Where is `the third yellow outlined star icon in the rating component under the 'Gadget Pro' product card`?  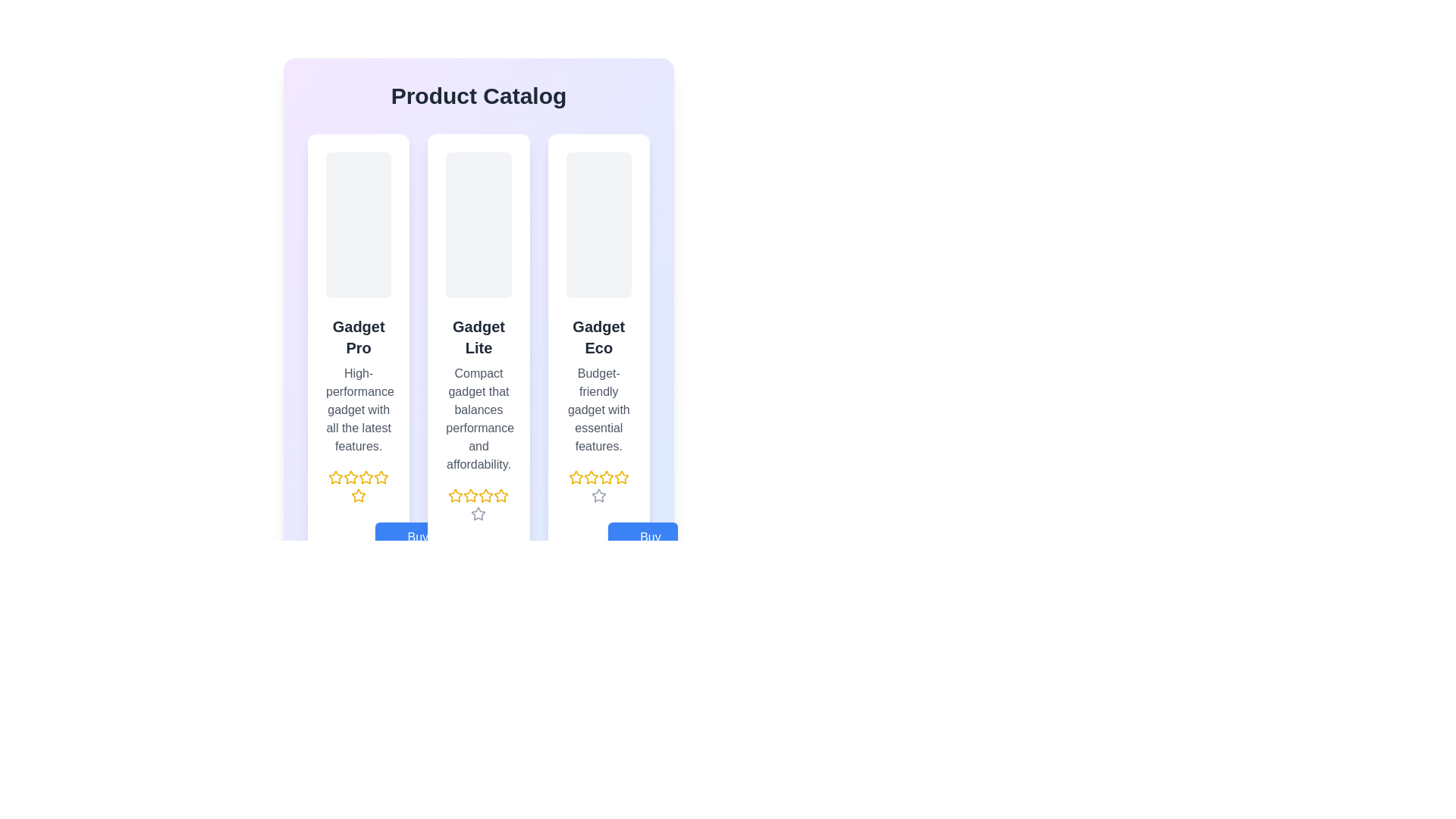 the third yellow outlined star icon in the rating component under the 'Gadget Pro' product card is located at coordinates (350, 476).